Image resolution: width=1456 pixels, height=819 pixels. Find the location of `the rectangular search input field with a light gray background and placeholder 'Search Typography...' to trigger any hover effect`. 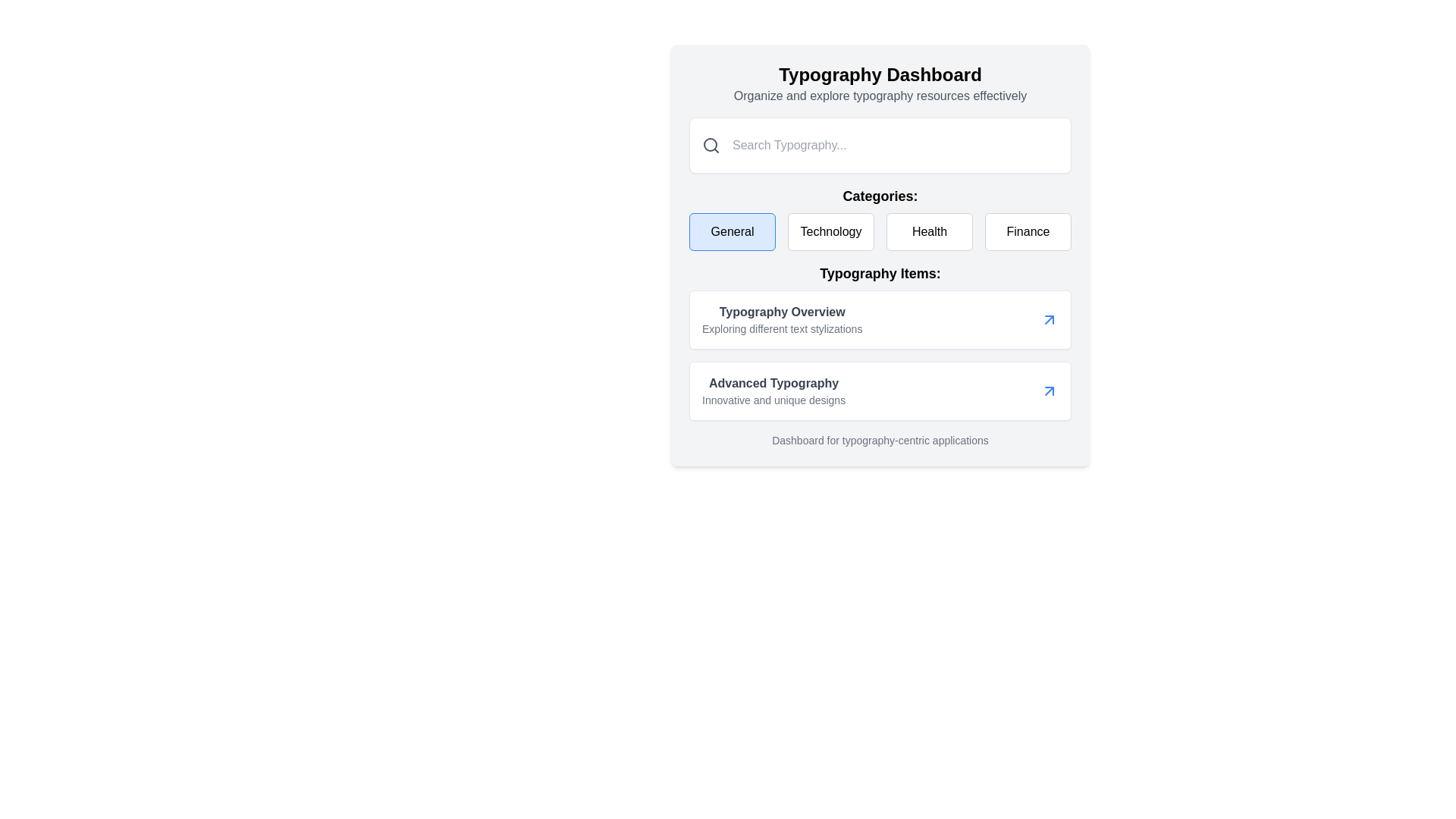

the rectangular search input field with a light gray background and placeholder 'Search Typography...' to trigger any hover effect is located at coordinates (892, 146).